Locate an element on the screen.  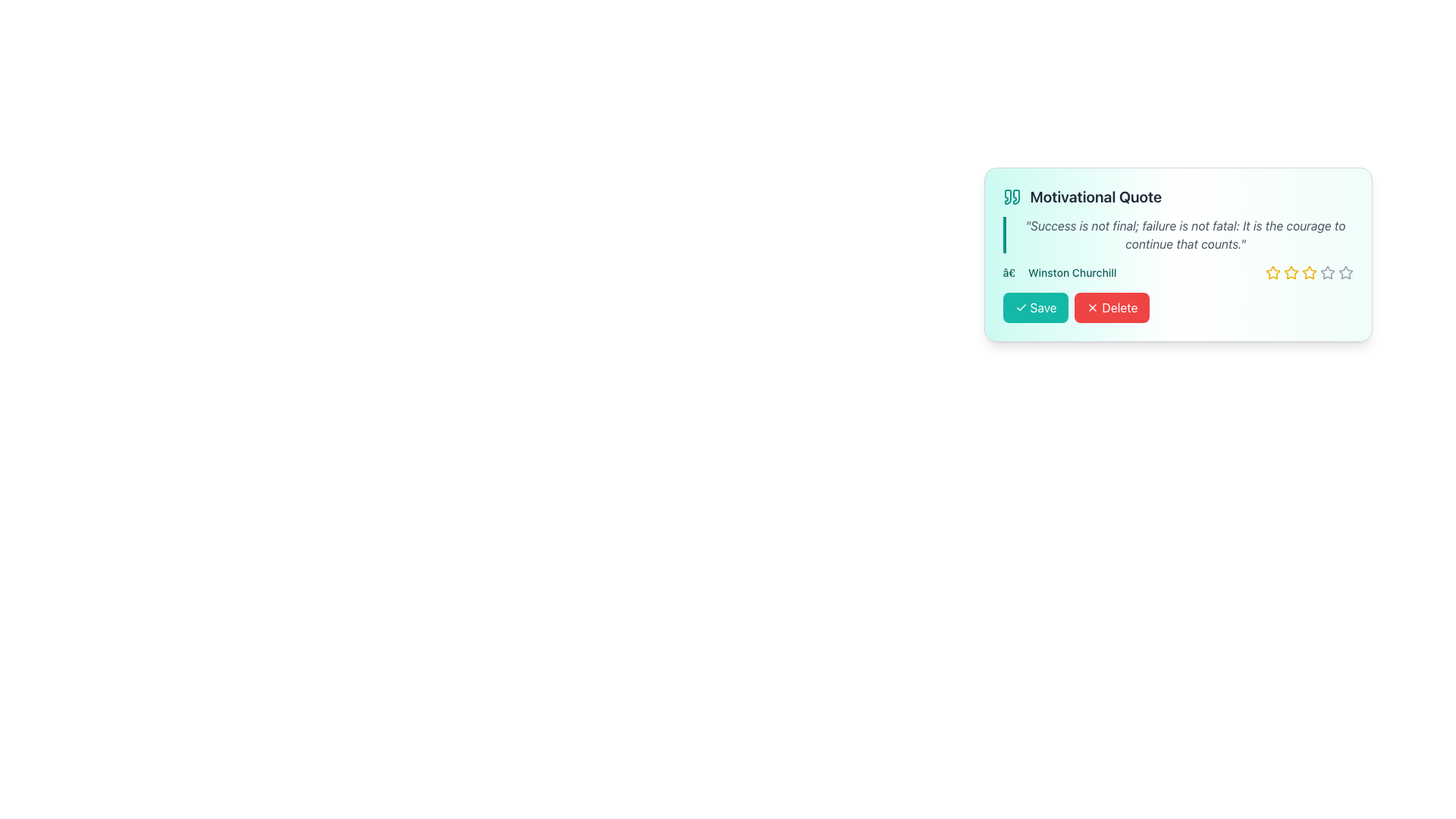
the first star icon in the rating system to observe visual feedback is located at coordinates (1272, 271).